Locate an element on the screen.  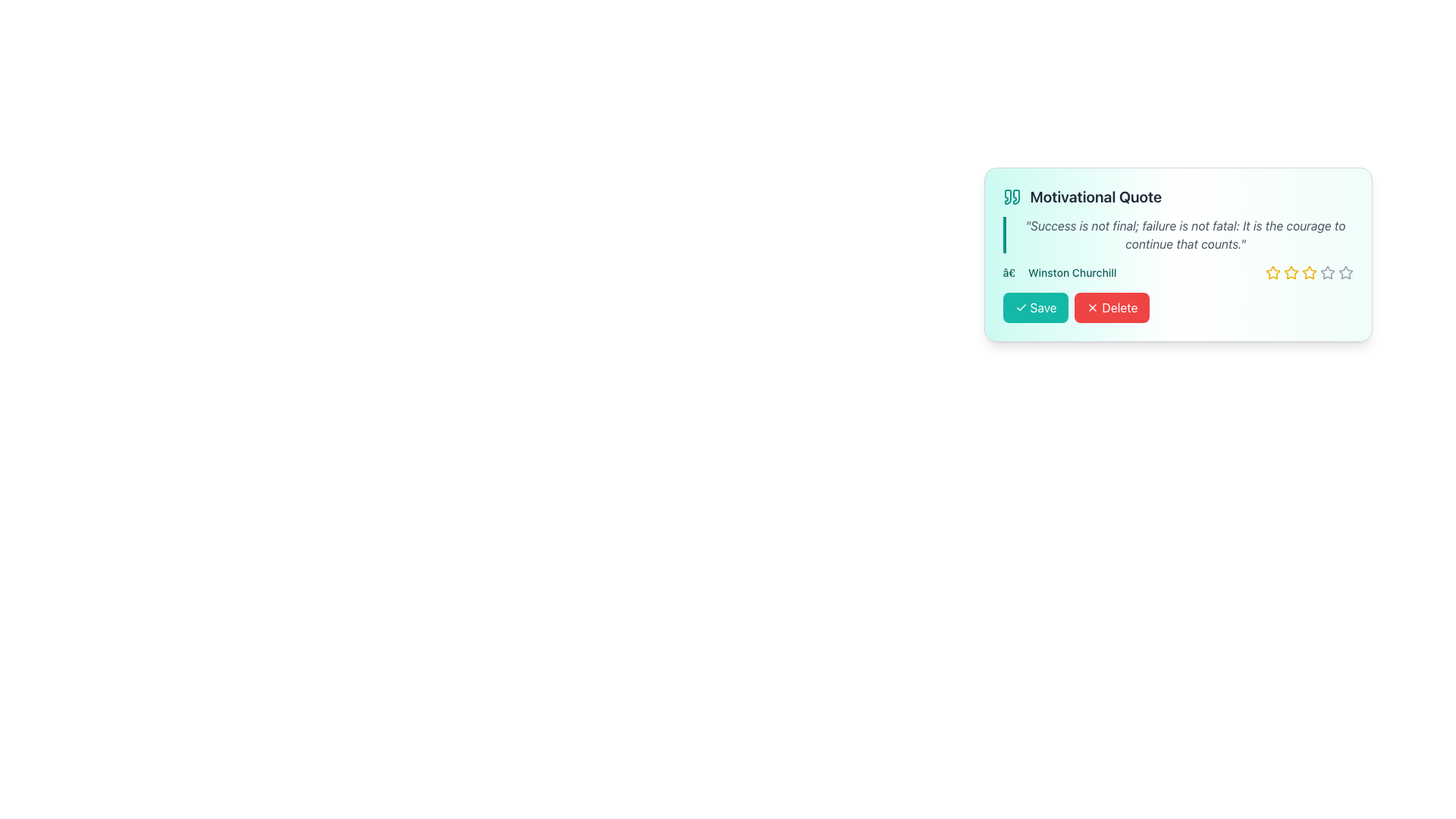
the first star icon in the rating system to observe visual feedback is located at coordinates (1272, 271).